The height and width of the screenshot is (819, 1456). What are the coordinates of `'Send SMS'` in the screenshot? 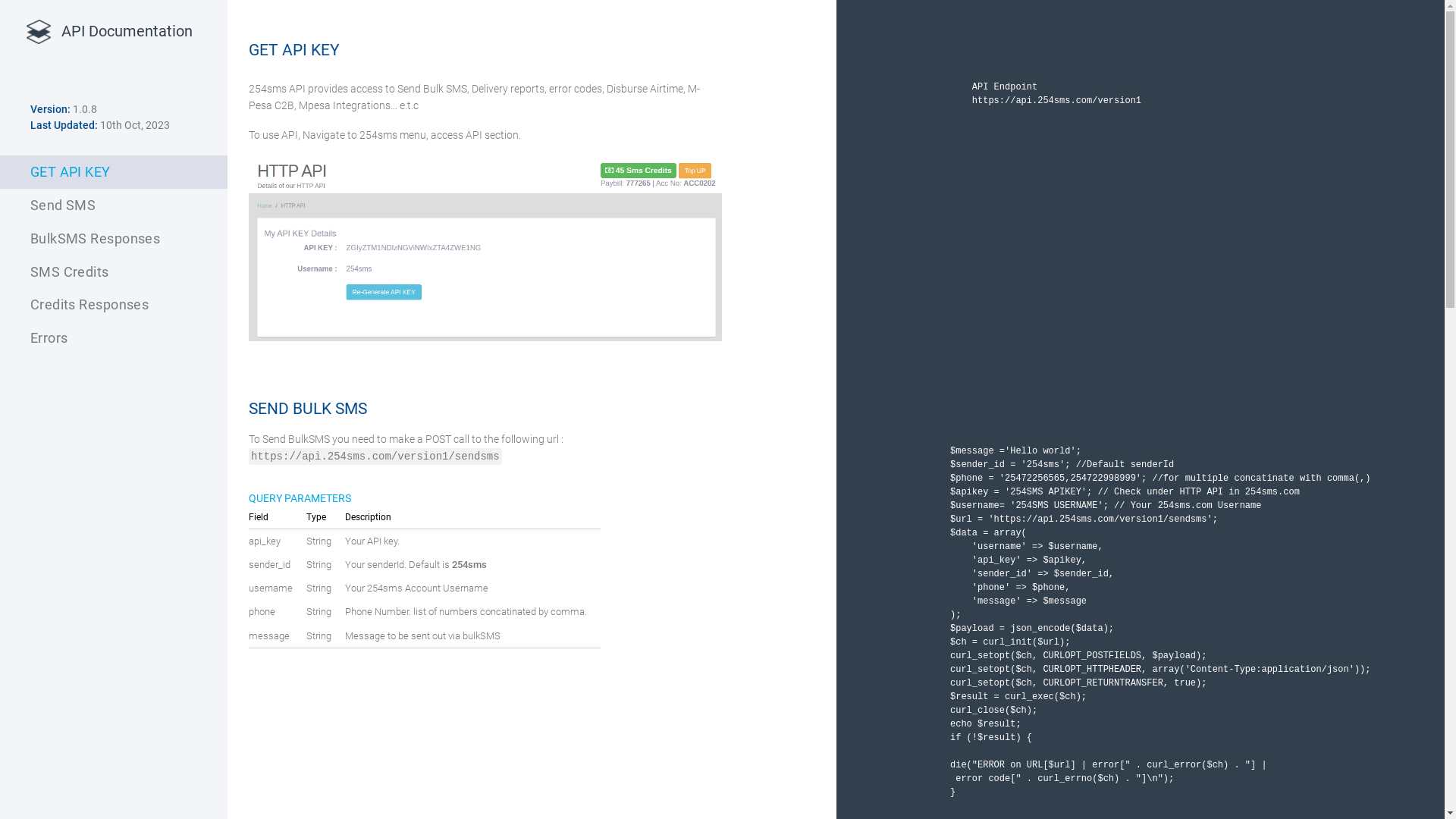 It's located at (112, 205).